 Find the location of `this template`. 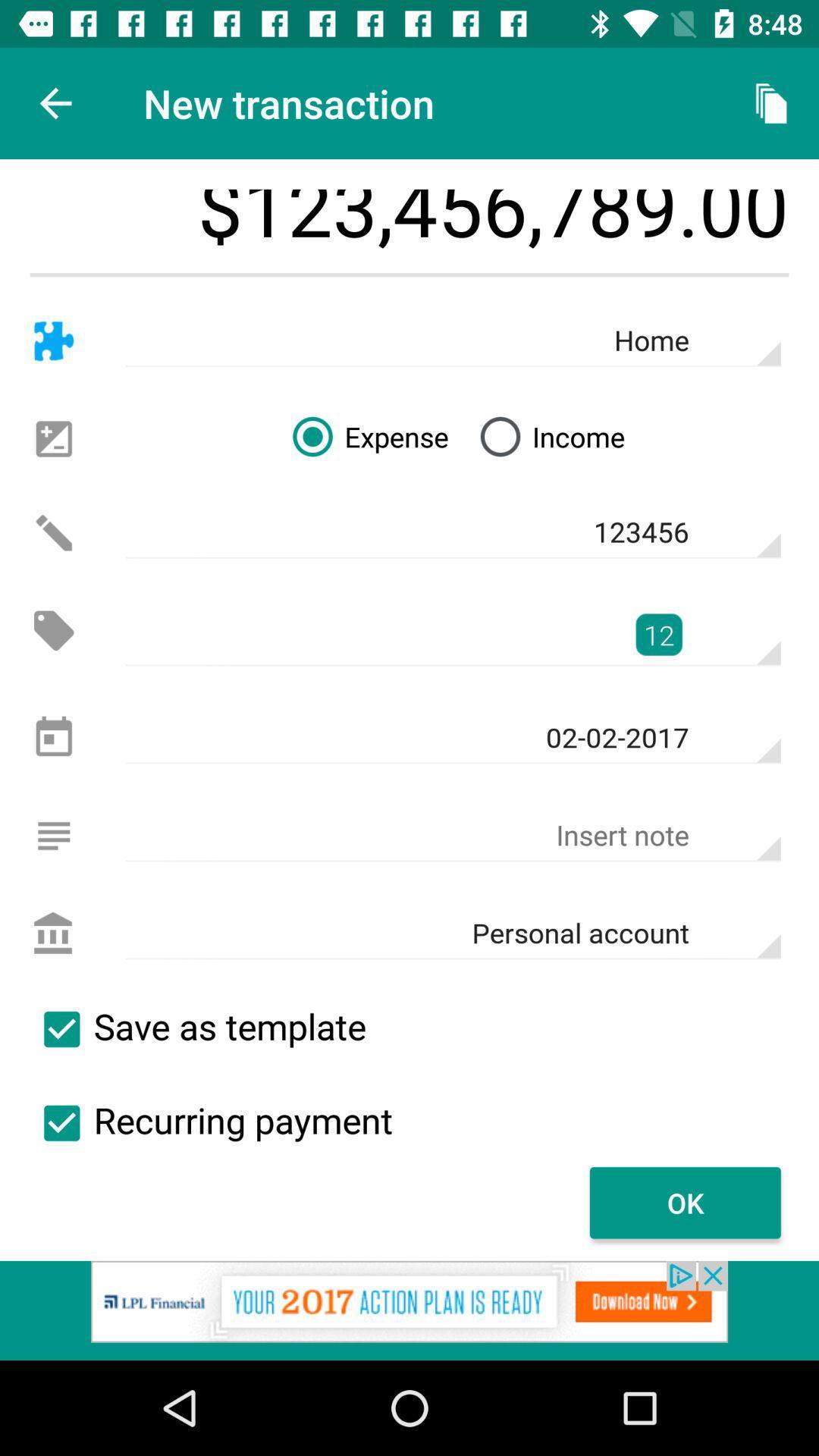

this template is located at coordinates (61, 1029).